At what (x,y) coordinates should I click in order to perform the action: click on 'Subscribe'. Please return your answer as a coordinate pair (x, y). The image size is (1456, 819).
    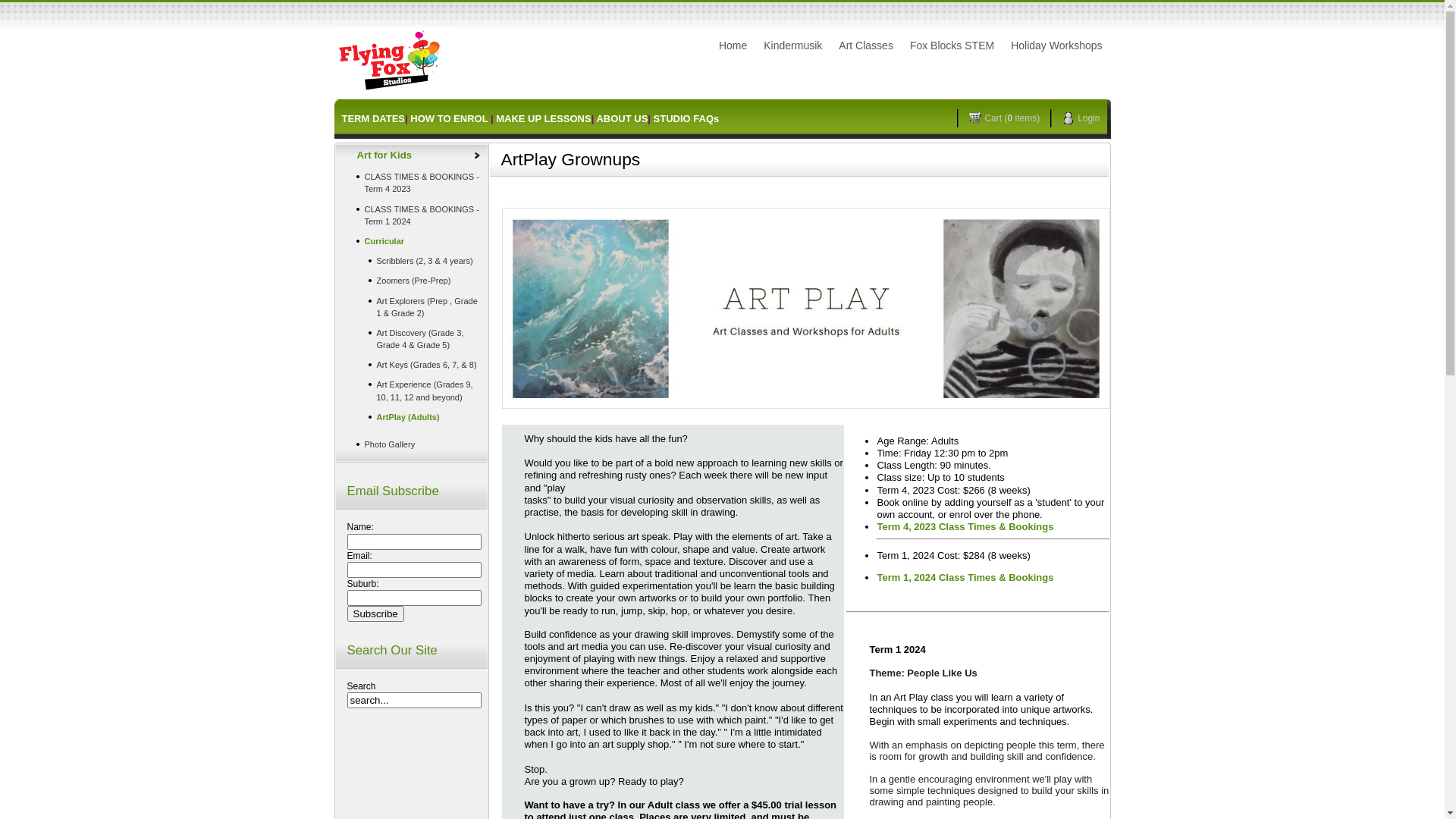
    Looking at the image, I should click on (375, 613).